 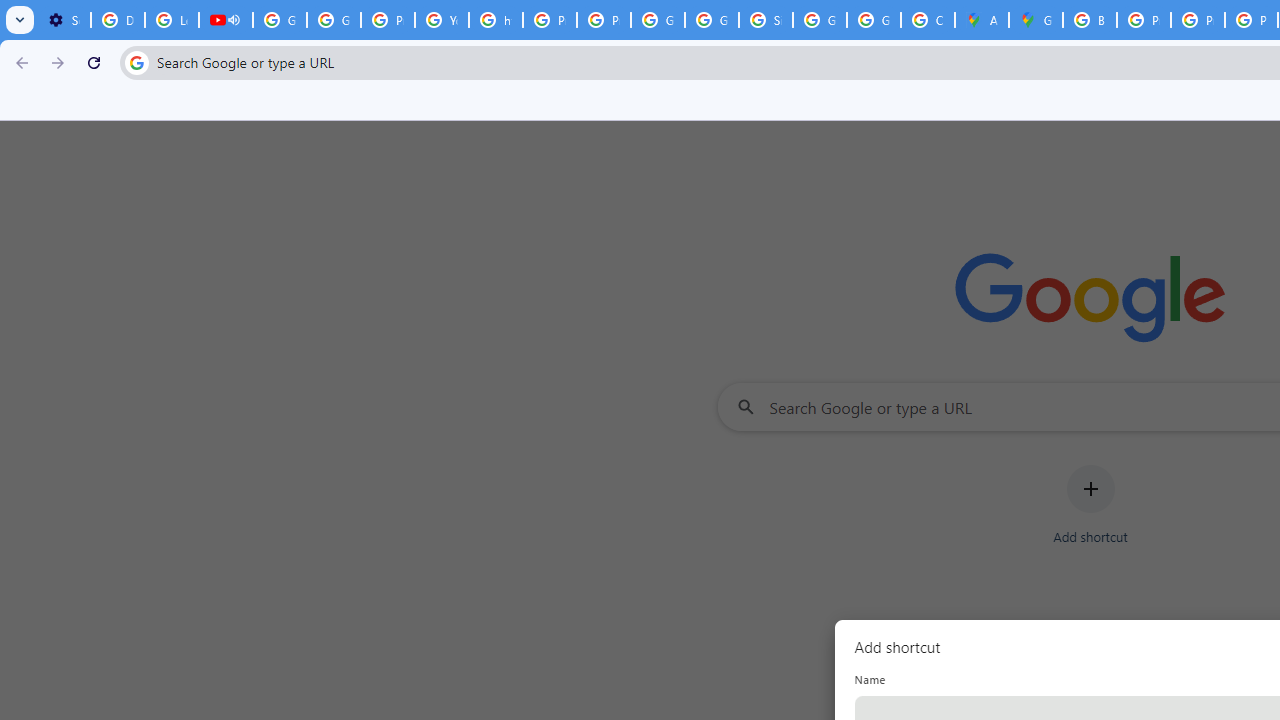 I want to click on 'Learn how to find your photos - Google Photos Help', so click(x=171, y=20).